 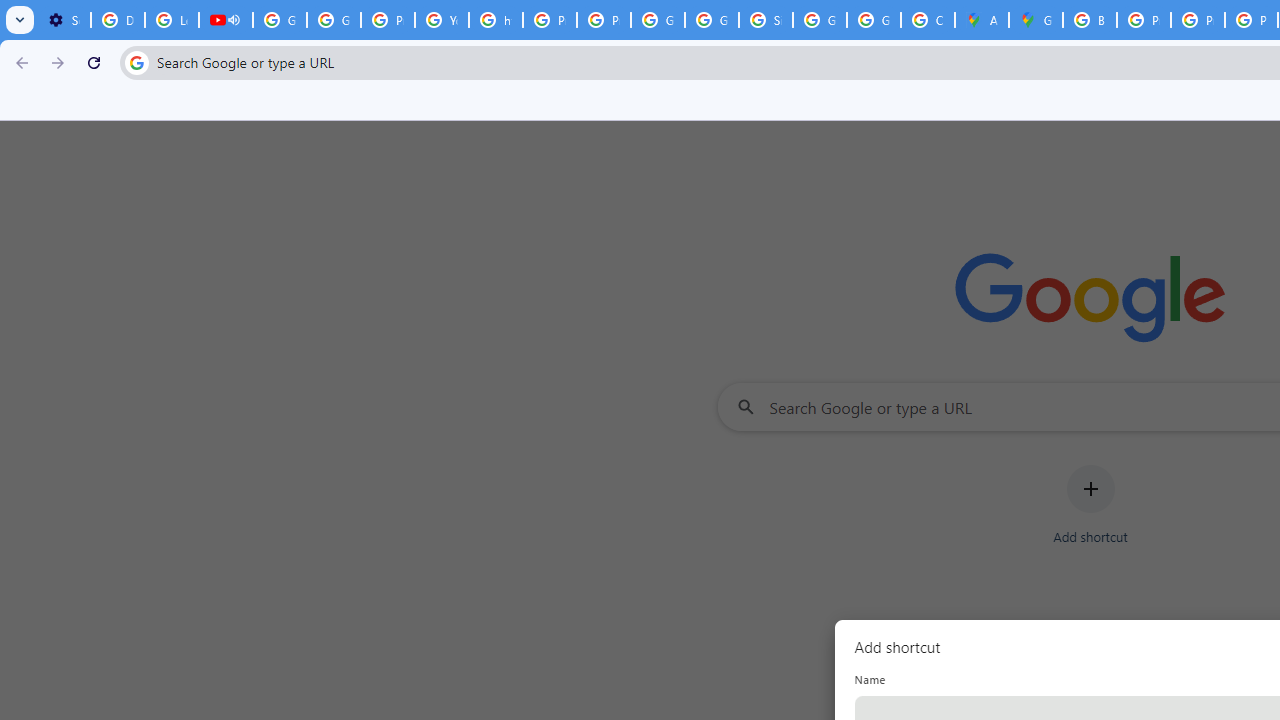 I want to click on 'Learn how to find your photos - Google Photos Help', so click(x=171, y=20).